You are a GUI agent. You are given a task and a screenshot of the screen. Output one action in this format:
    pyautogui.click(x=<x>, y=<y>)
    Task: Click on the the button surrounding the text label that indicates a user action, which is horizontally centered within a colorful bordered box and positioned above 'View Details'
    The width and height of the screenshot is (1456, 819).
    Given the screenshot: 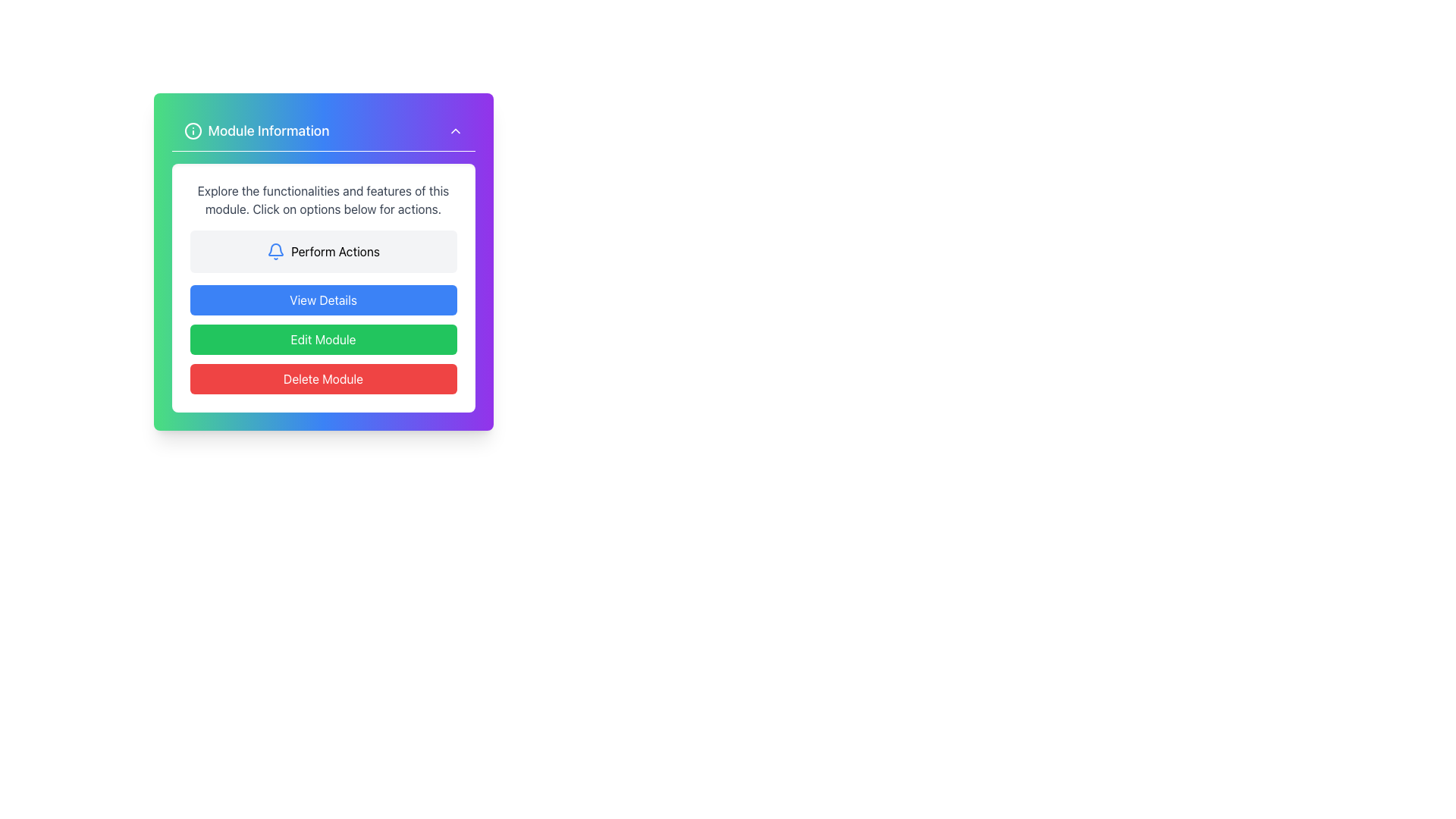 What is the action you would take?
    pyautogui.click(x=334, y=250)
    